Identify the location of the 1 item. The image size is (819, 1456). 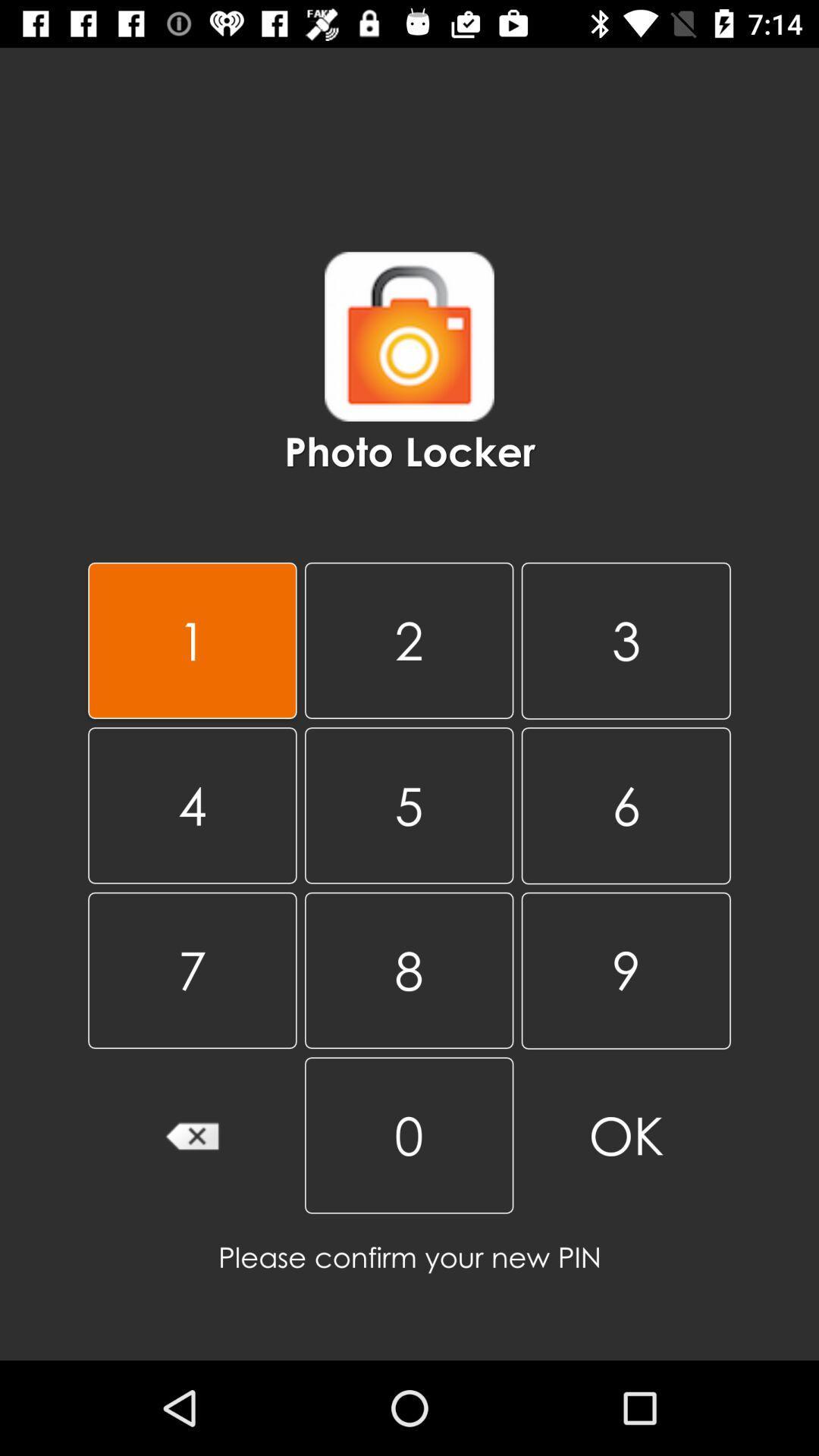
(191, 640).